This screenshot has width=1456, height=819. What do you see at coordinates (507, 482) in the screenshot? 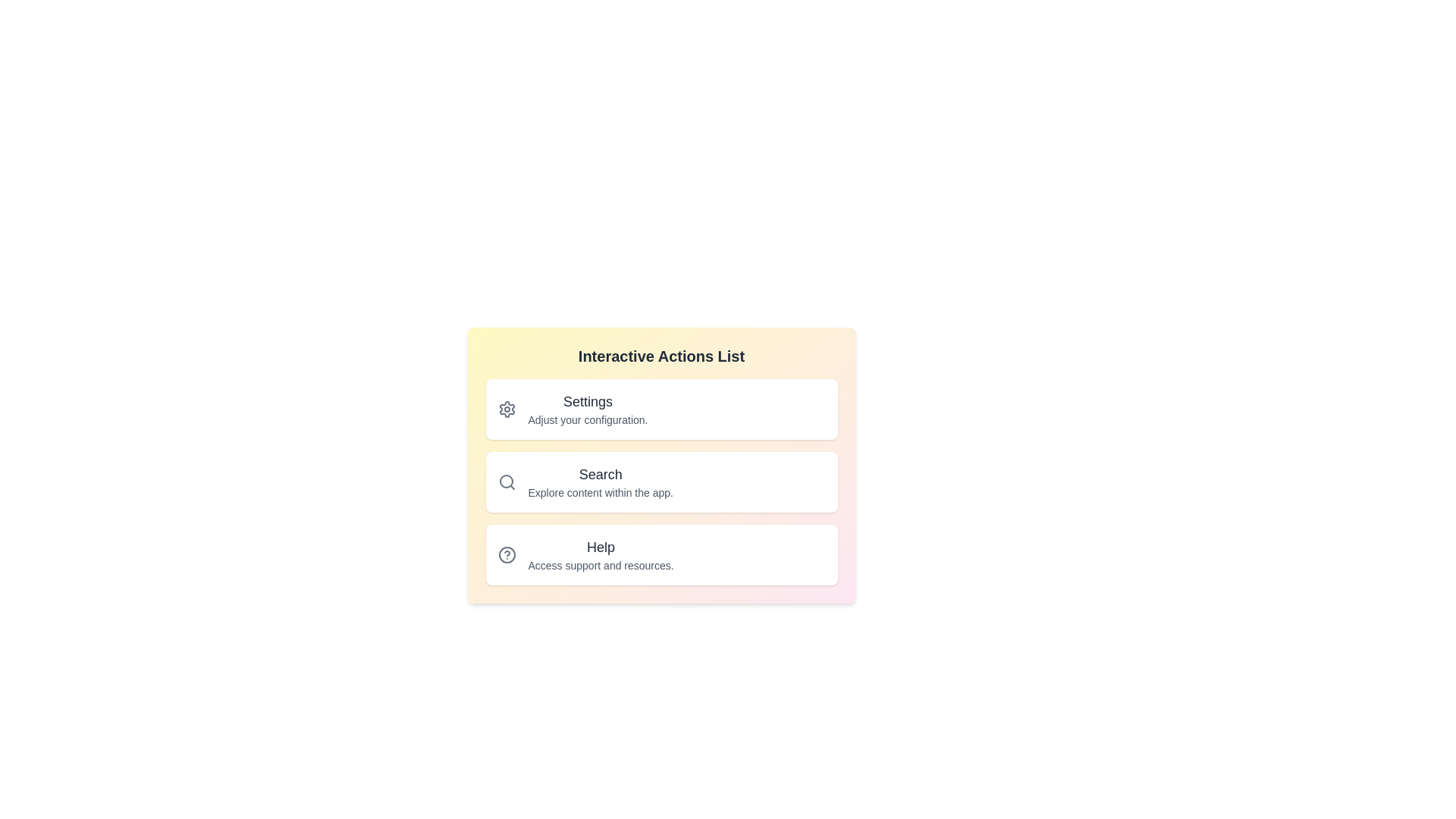
I see `the icon for the Search list item` at bounding box center [507, 482].